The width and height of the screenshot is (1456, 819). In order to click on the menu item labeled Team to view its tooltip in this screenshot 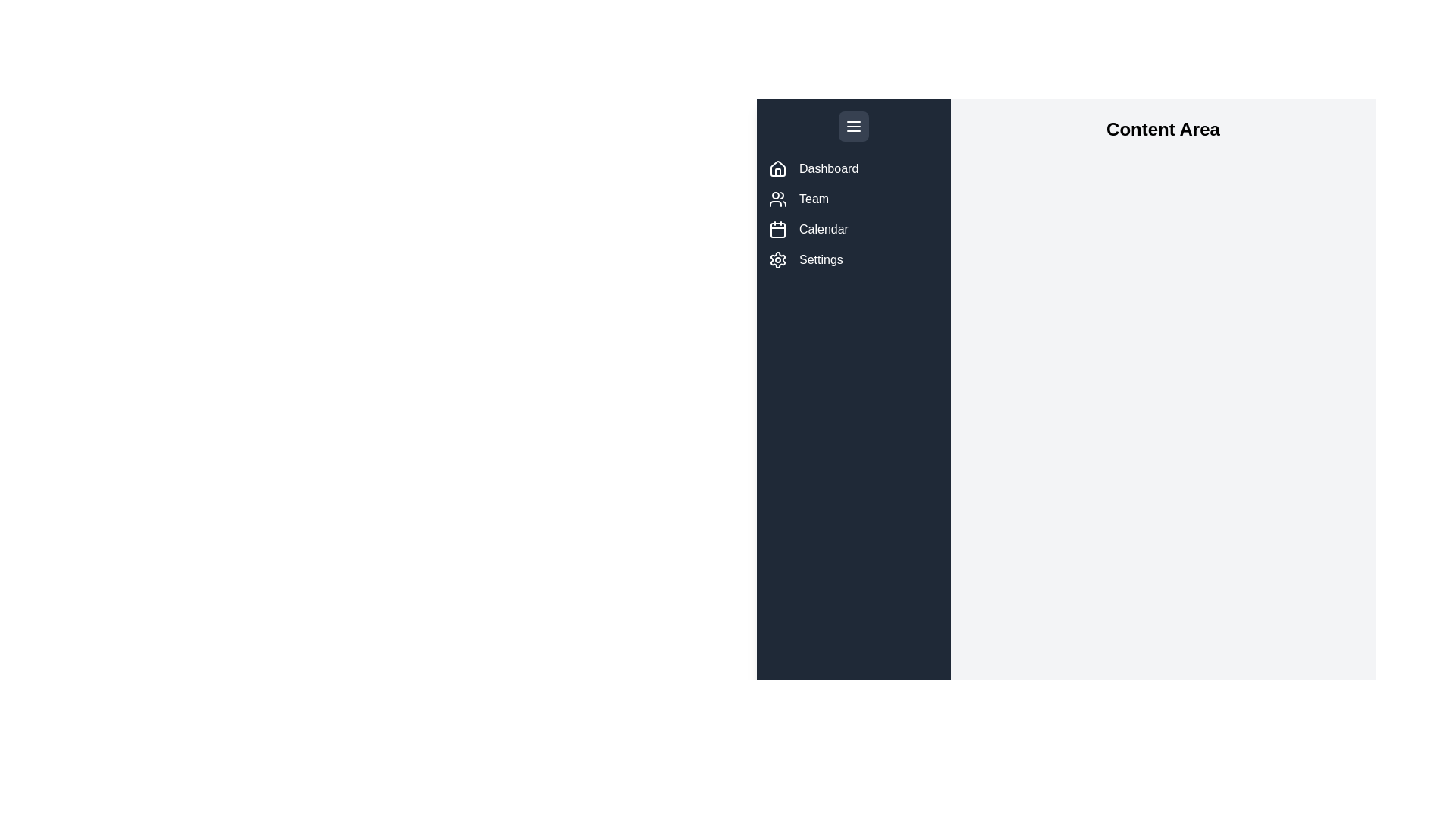, I will do `click(778, 198)`.